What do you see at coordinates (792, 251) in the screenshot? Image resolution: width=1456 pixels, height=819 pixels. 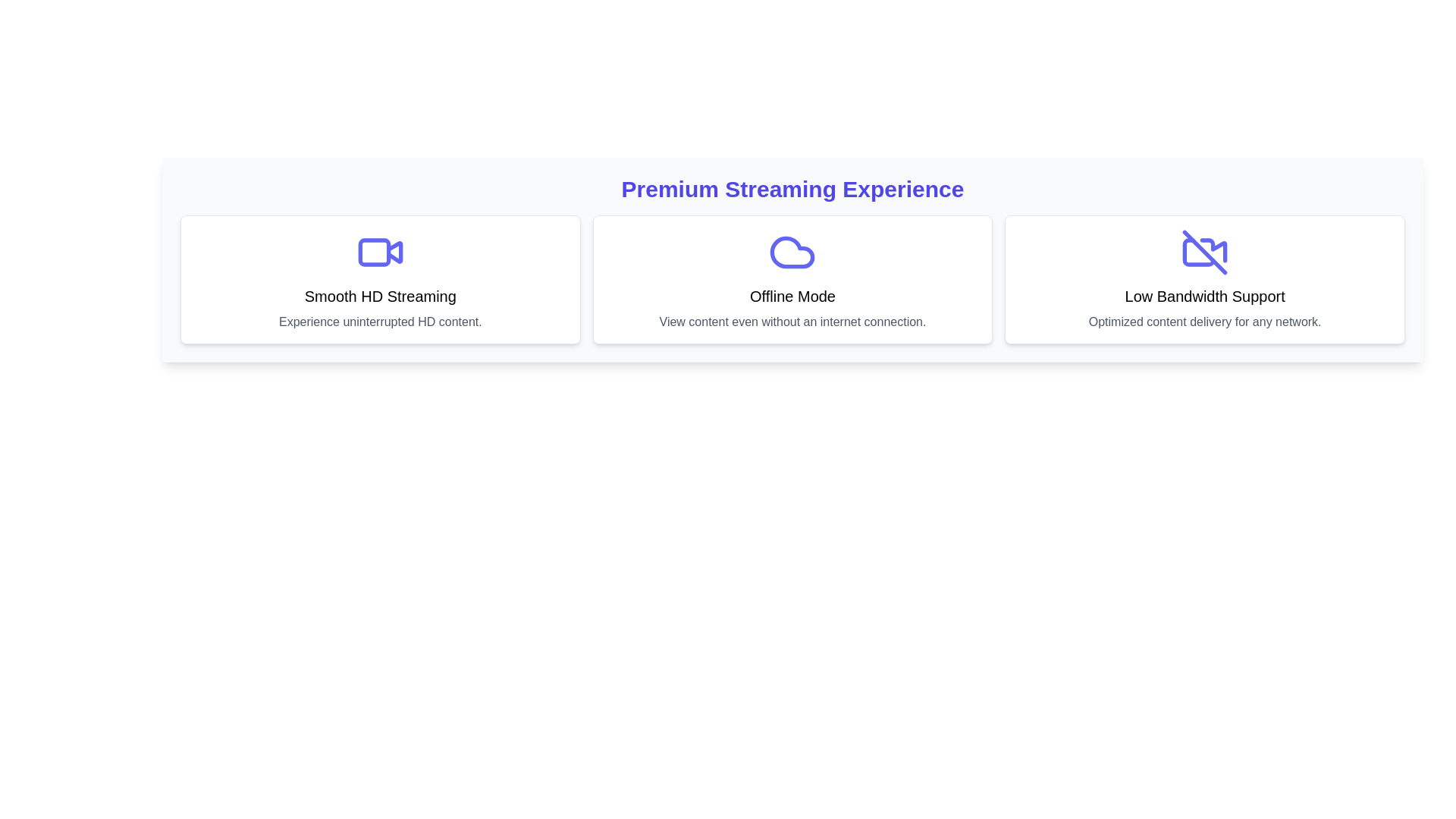 I see `the cloud icon located at the center of the 'Offline Mode' card` at bounding box center [792, 251].